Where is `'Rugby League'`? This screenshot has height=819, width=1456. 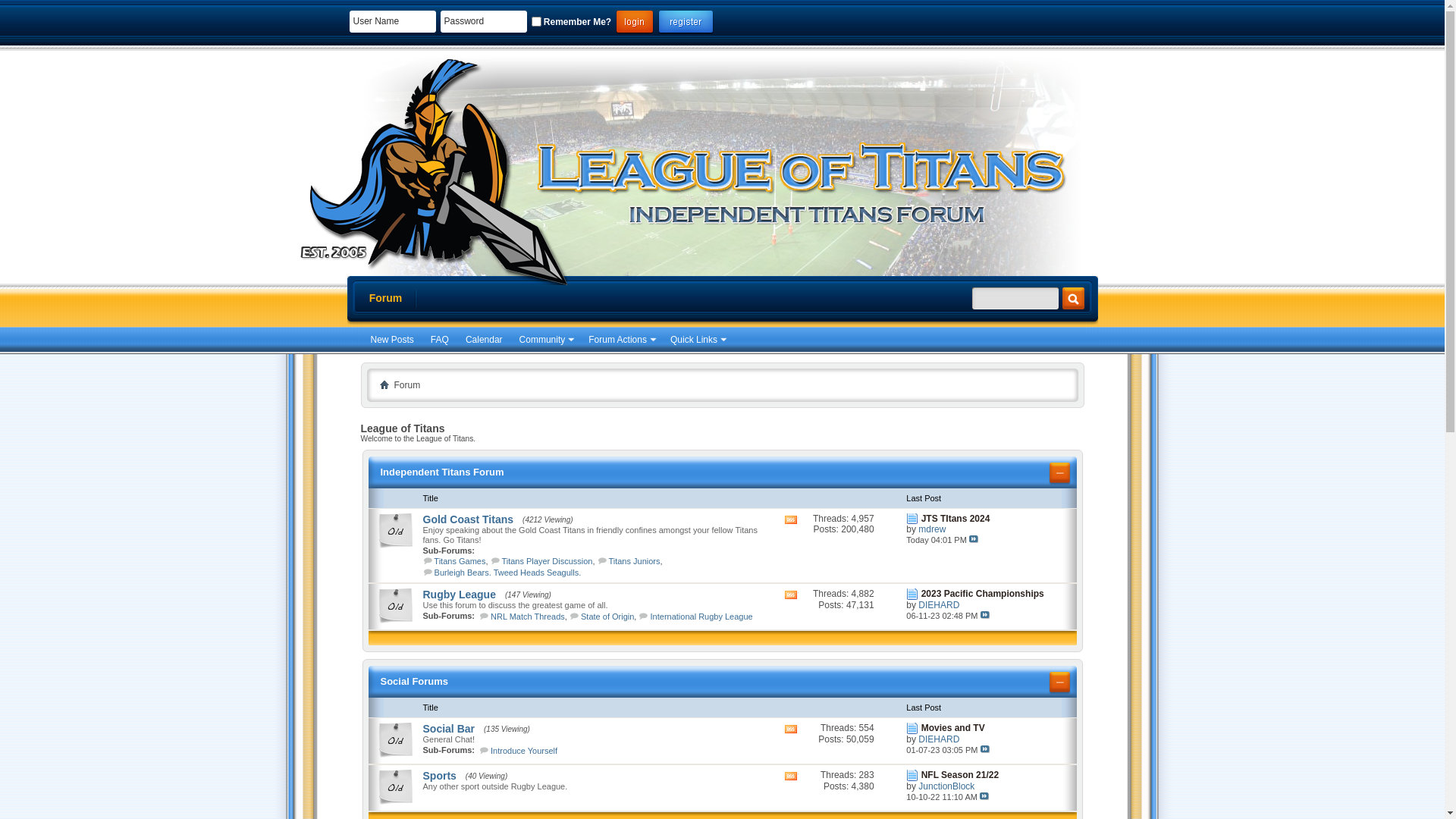
'Rugby League' is located at coordinates (458, 593).